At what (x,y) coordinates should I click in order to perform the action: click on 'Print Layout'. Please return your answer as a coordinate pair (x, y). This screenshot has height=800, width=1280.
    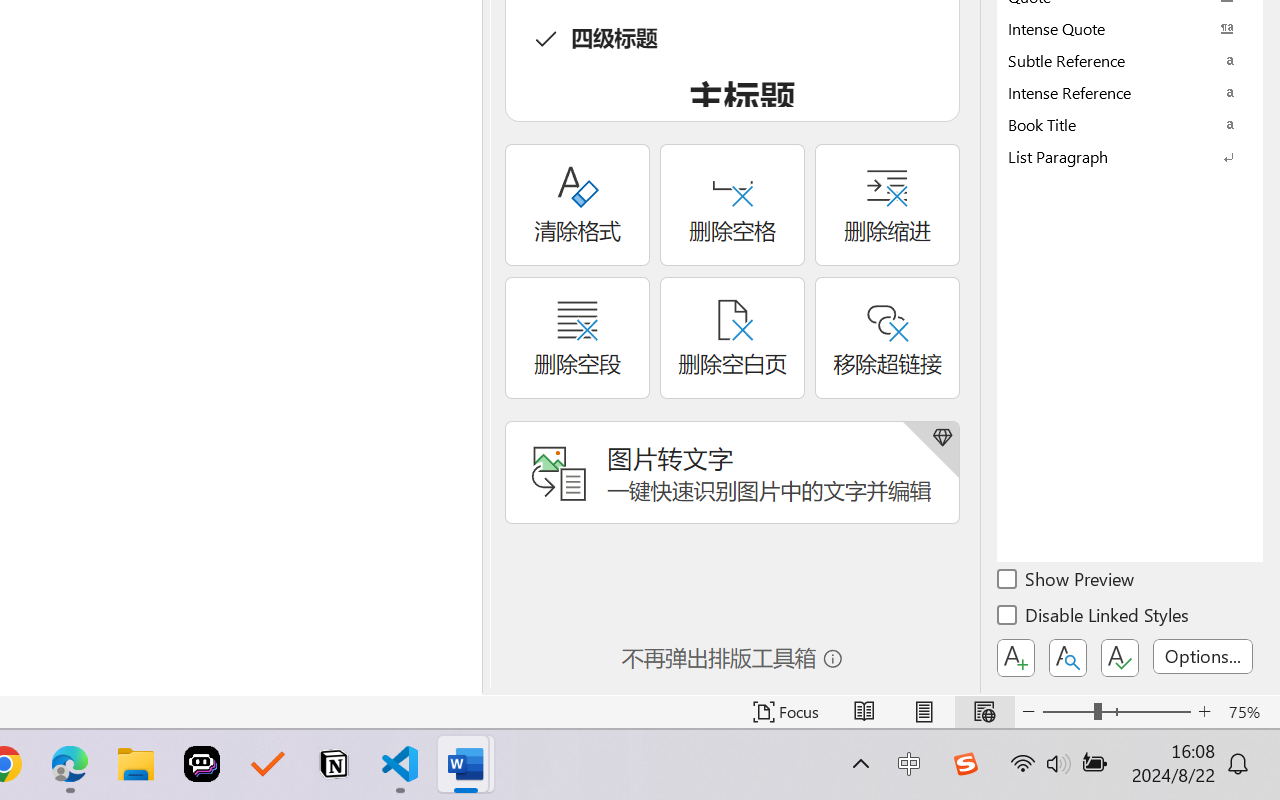
    Looking at the image, I should click on (923, 711).